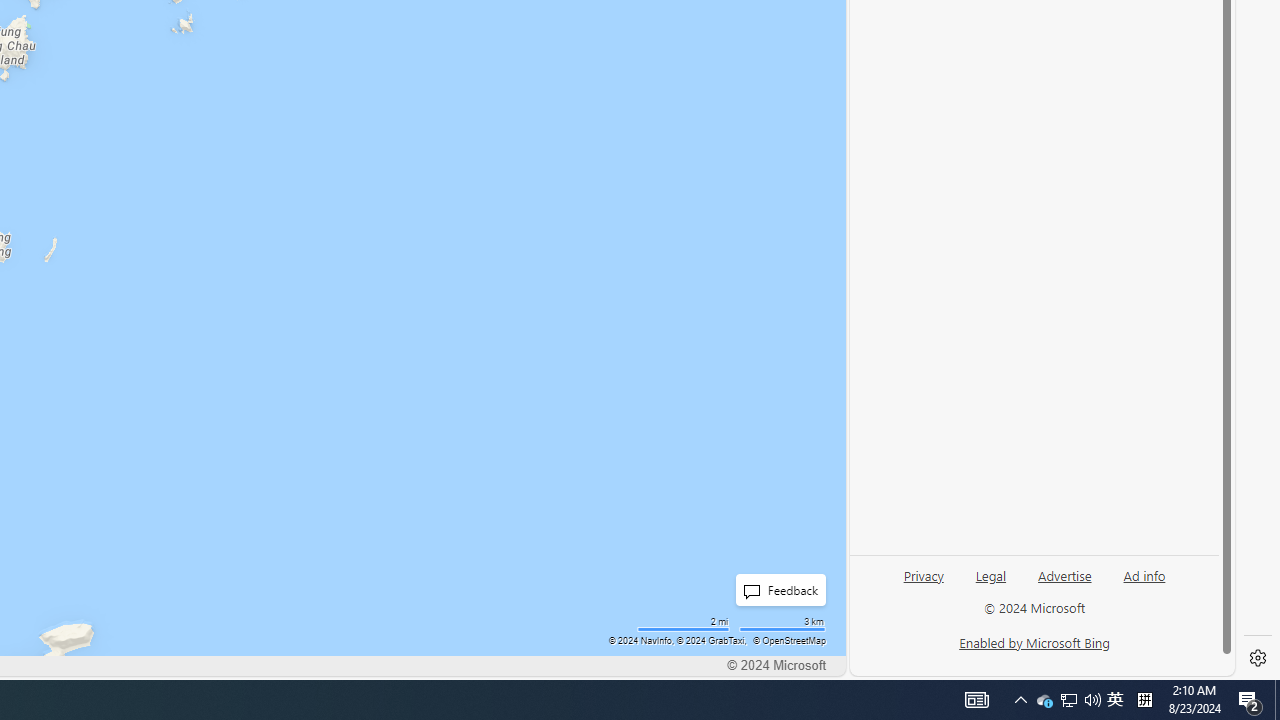 This screenshot has width=1280, height=720. I want to click on 'Ad info', so click(1144, 574).